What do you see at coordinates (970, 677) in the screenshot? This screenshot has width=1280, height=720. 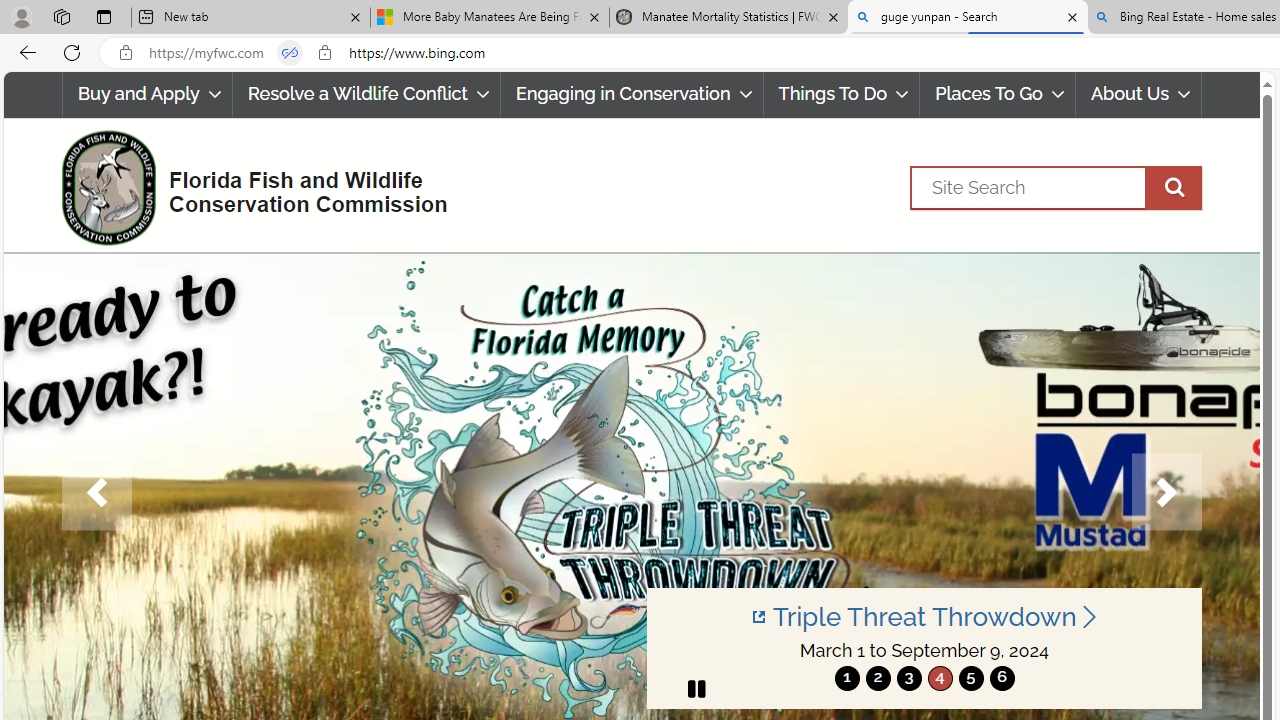 I see `'5'` at bounding box center [970, 677].